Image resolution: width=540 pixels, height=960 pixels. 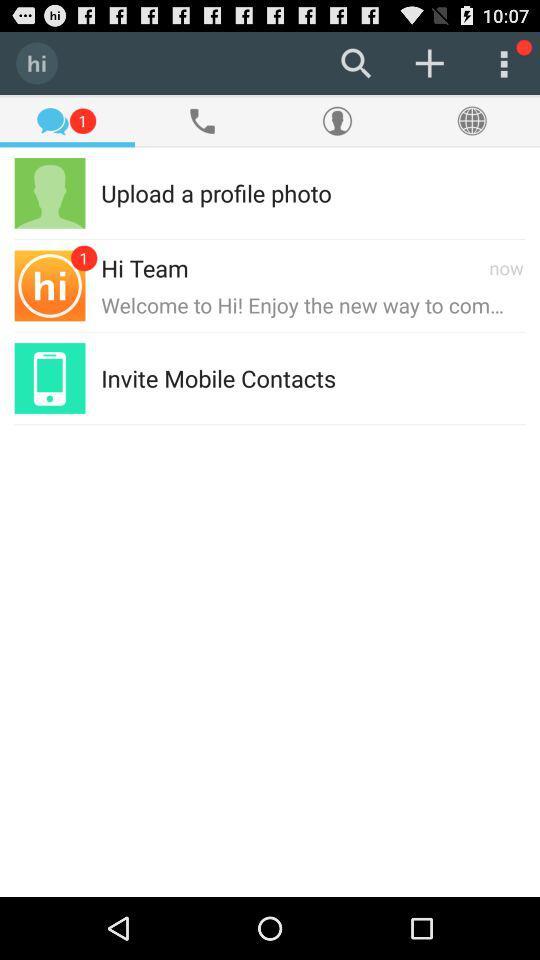 What do you see at coordinates (217, 377) in the screenshot?
I see `invite mobile contacts app` at bounding box center [217, 377].